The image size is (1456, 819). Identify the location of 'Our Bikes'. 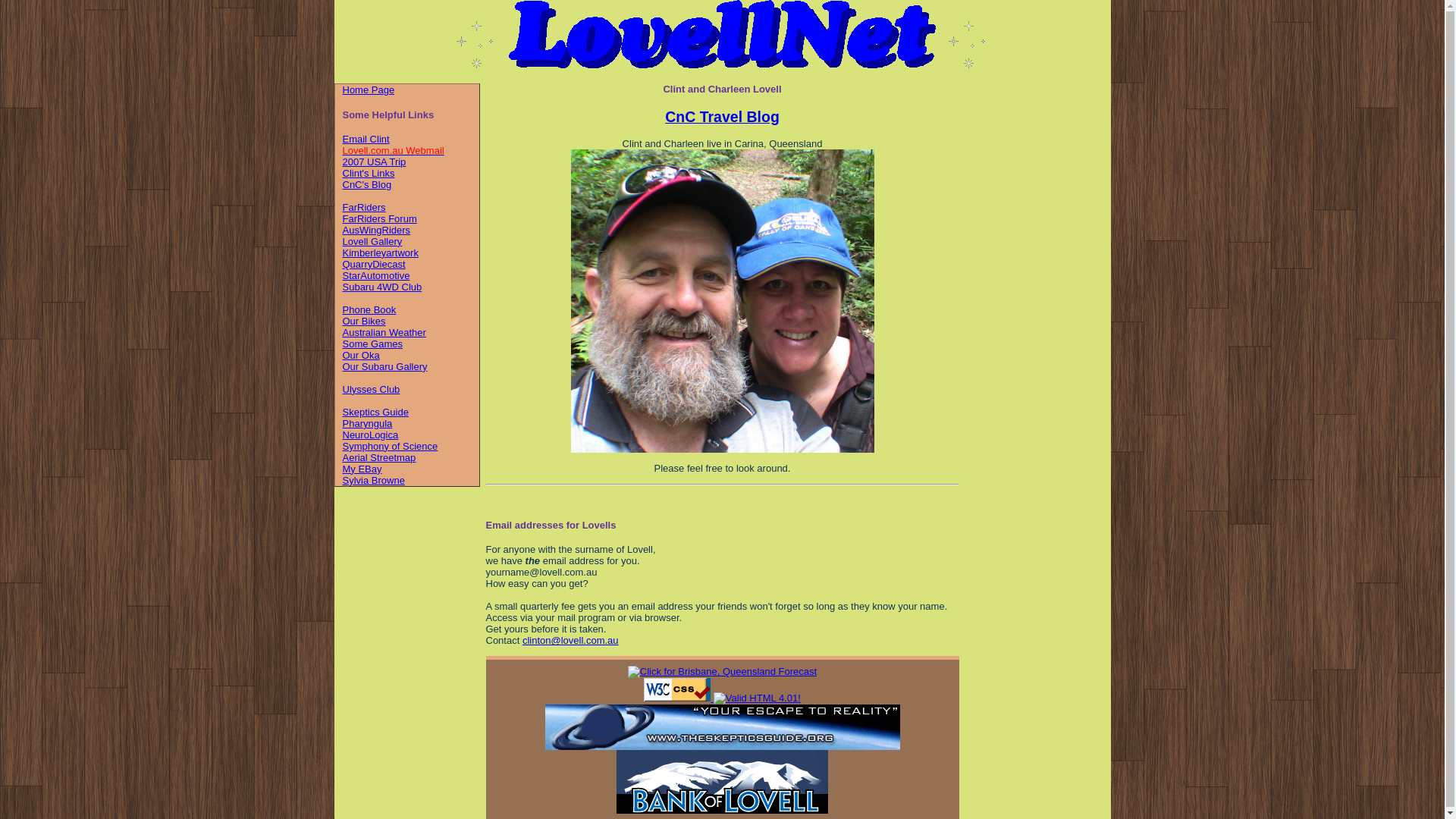
(364, 320).